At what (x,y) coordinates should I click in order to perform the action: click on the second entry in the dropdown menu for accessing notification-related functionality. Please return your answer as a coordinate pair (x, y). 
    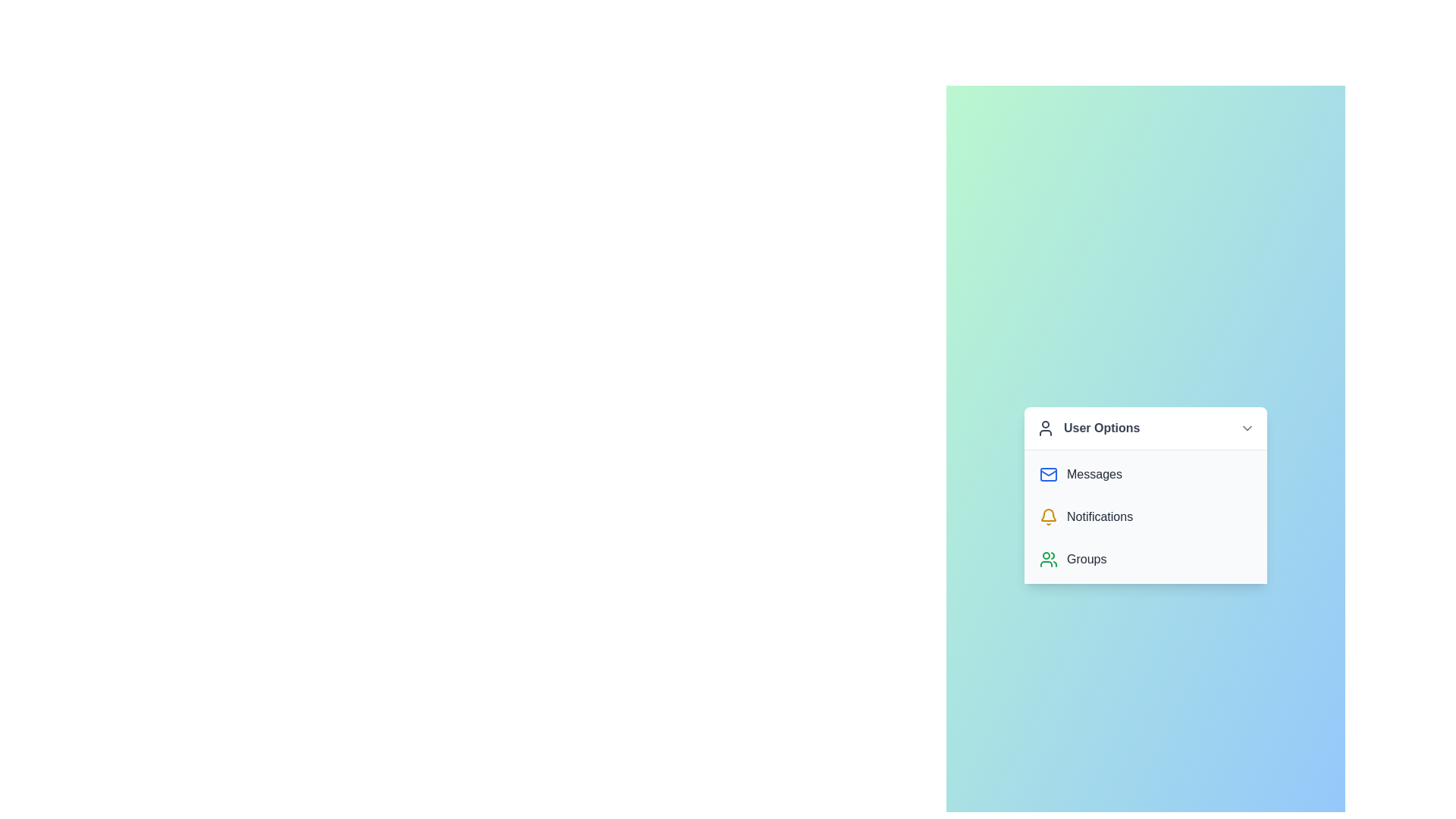
    Looking at the image, I should click on (1146, 516).